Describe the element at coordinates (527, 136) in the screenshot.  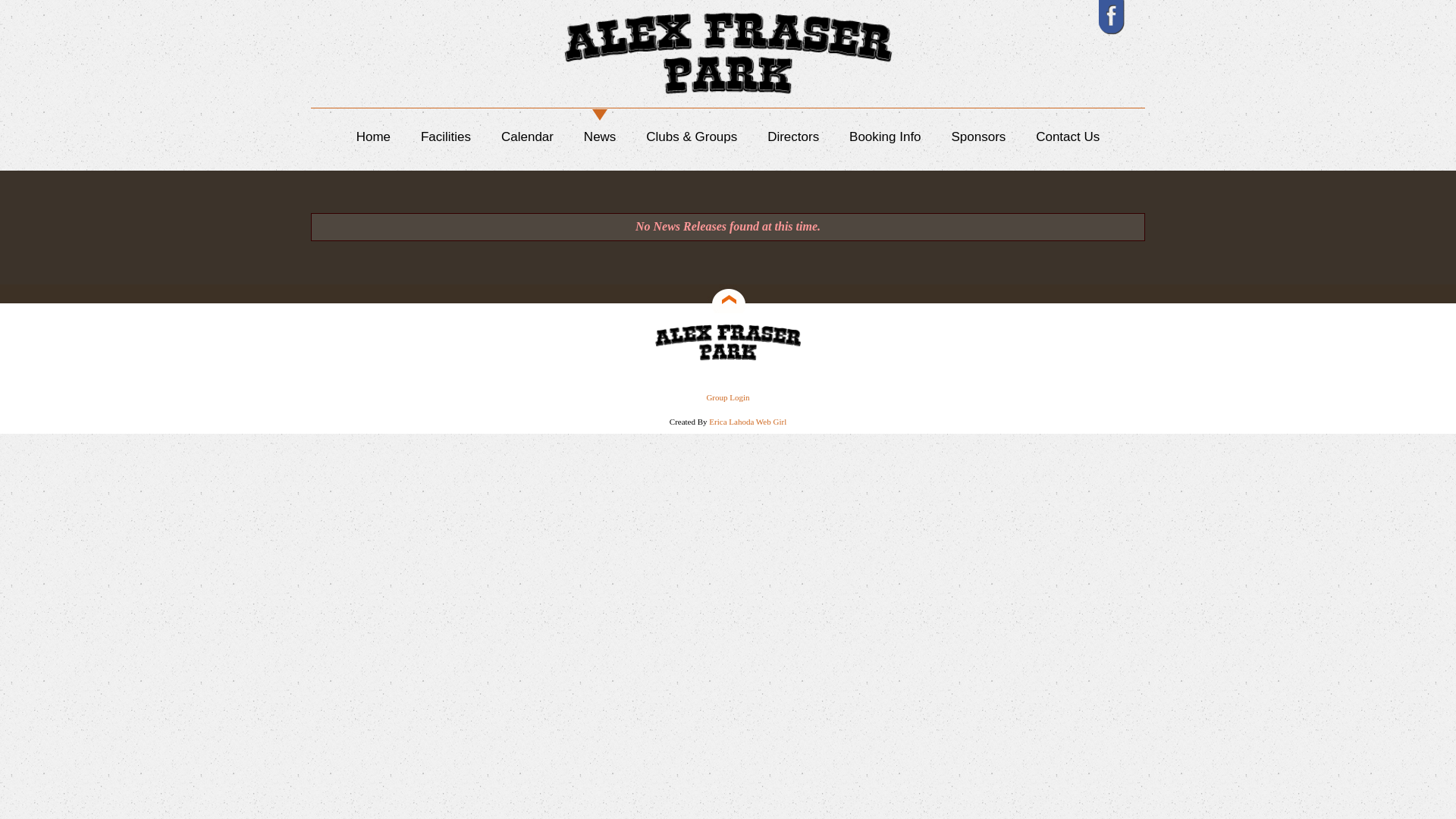
I see `'Calendar'` at that location.